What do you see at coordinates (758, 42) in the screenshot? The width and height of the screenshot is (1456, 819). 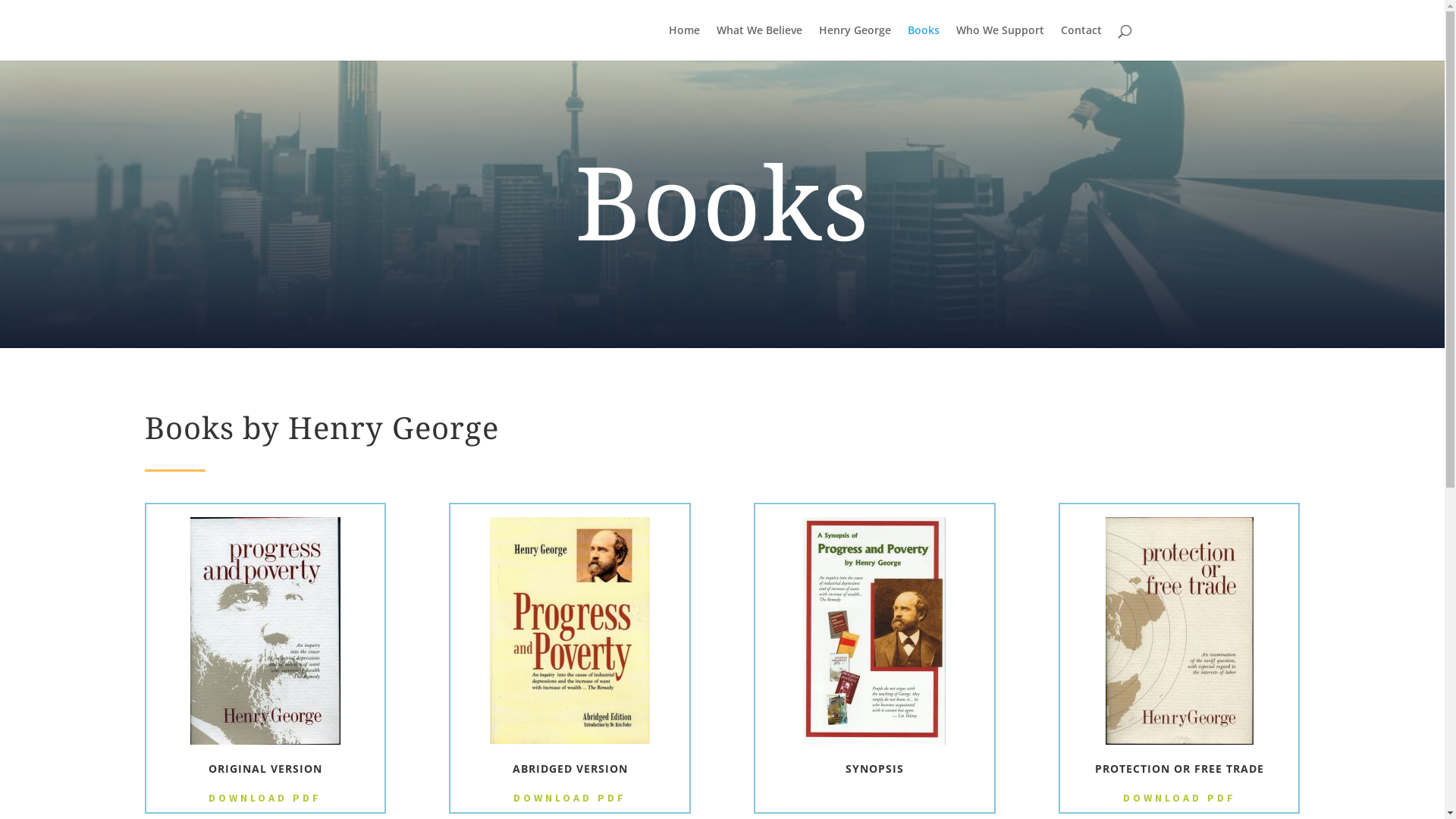 I see `'What We Believe'` at bounding box center [758, 42].